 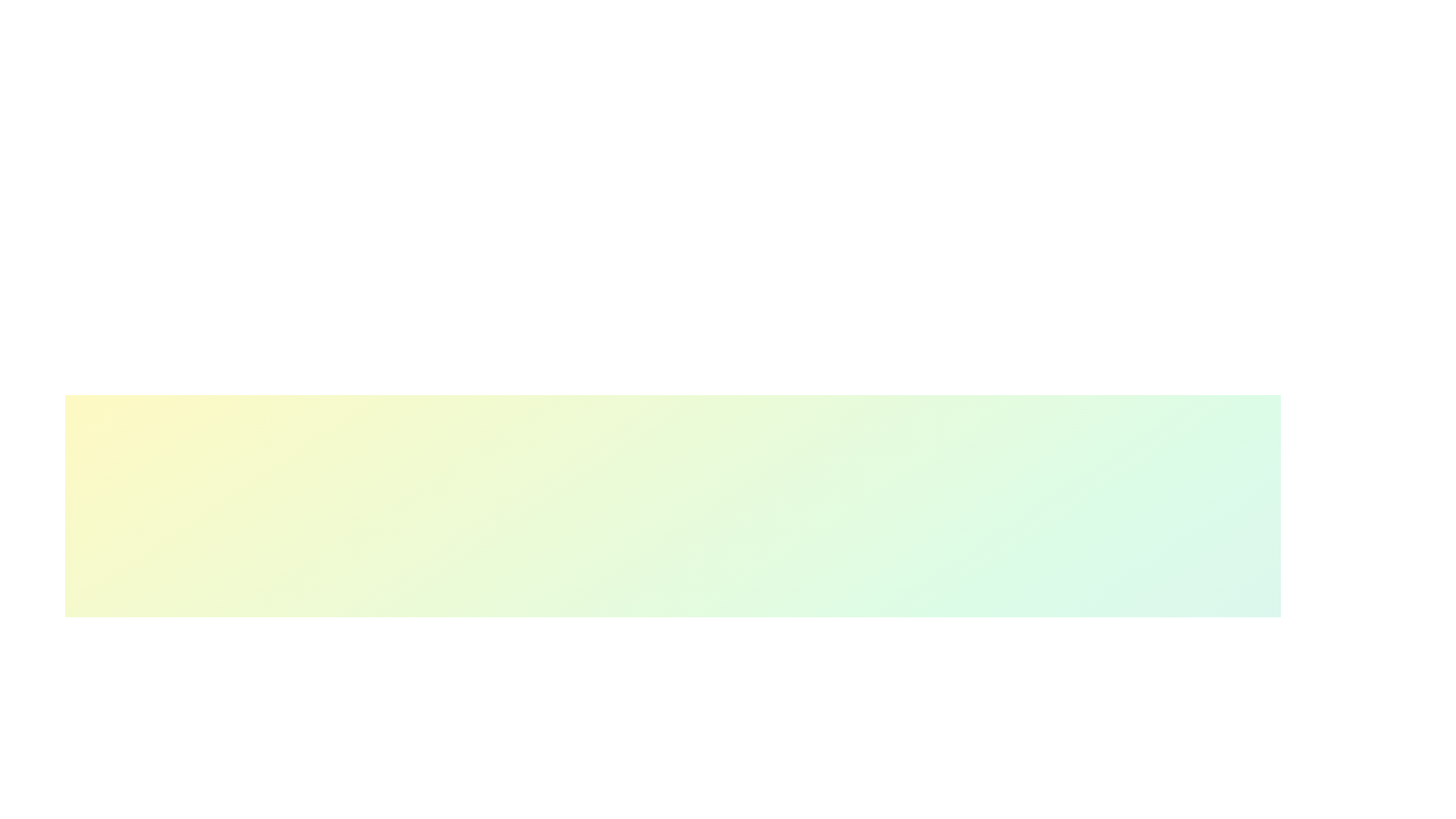 What do you see at coordinates (764, 810) in the screenshot?
I see `the skill progress slider for 1 to 77%` at bounding box center [764, 810].